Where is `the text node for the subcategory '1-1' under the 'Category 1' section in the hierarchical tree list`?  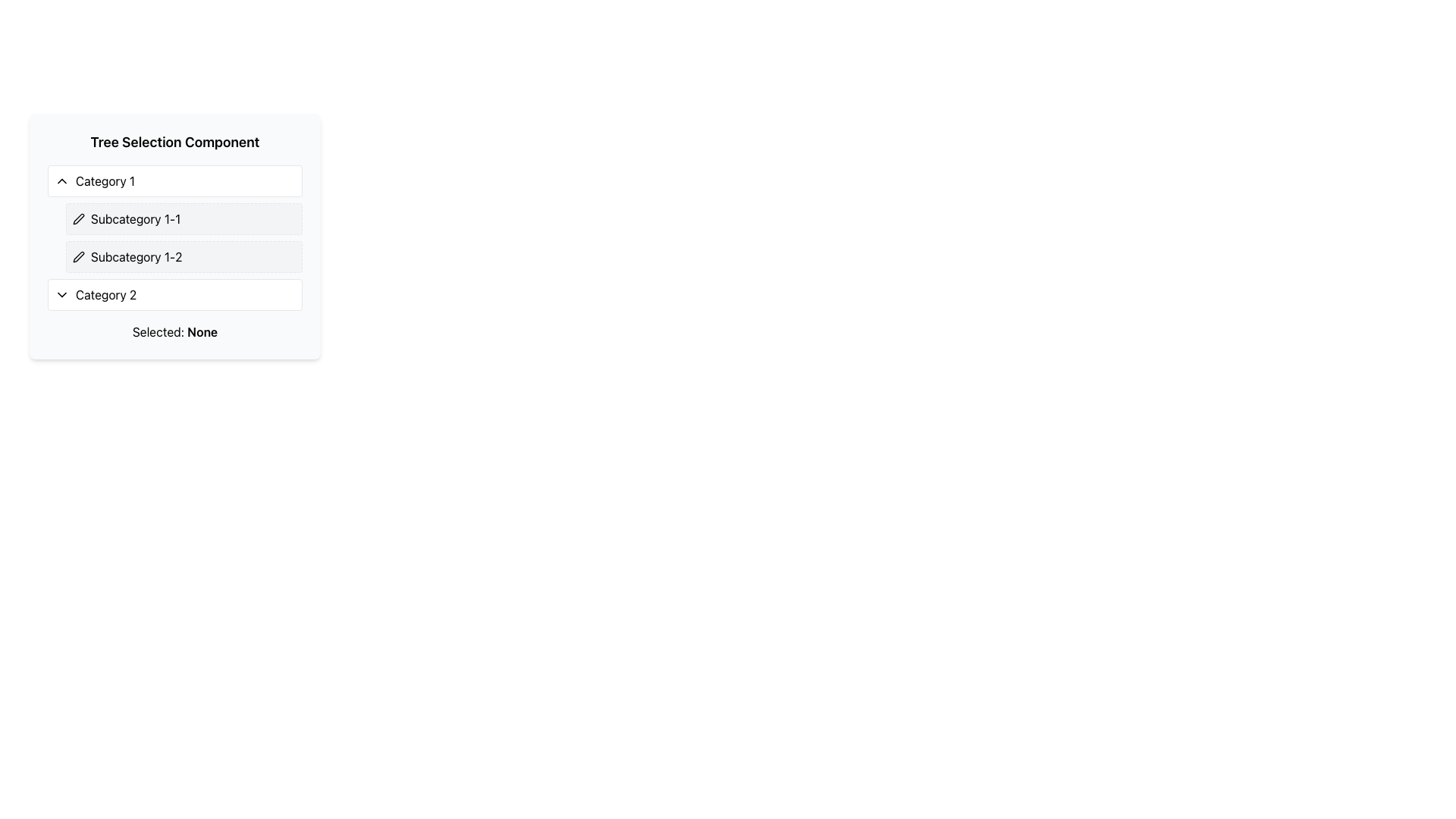
the text node for the subcategory '1-1' under the 'Category 1' section in the hierarchical tree list is located at coordinates (136, 219).